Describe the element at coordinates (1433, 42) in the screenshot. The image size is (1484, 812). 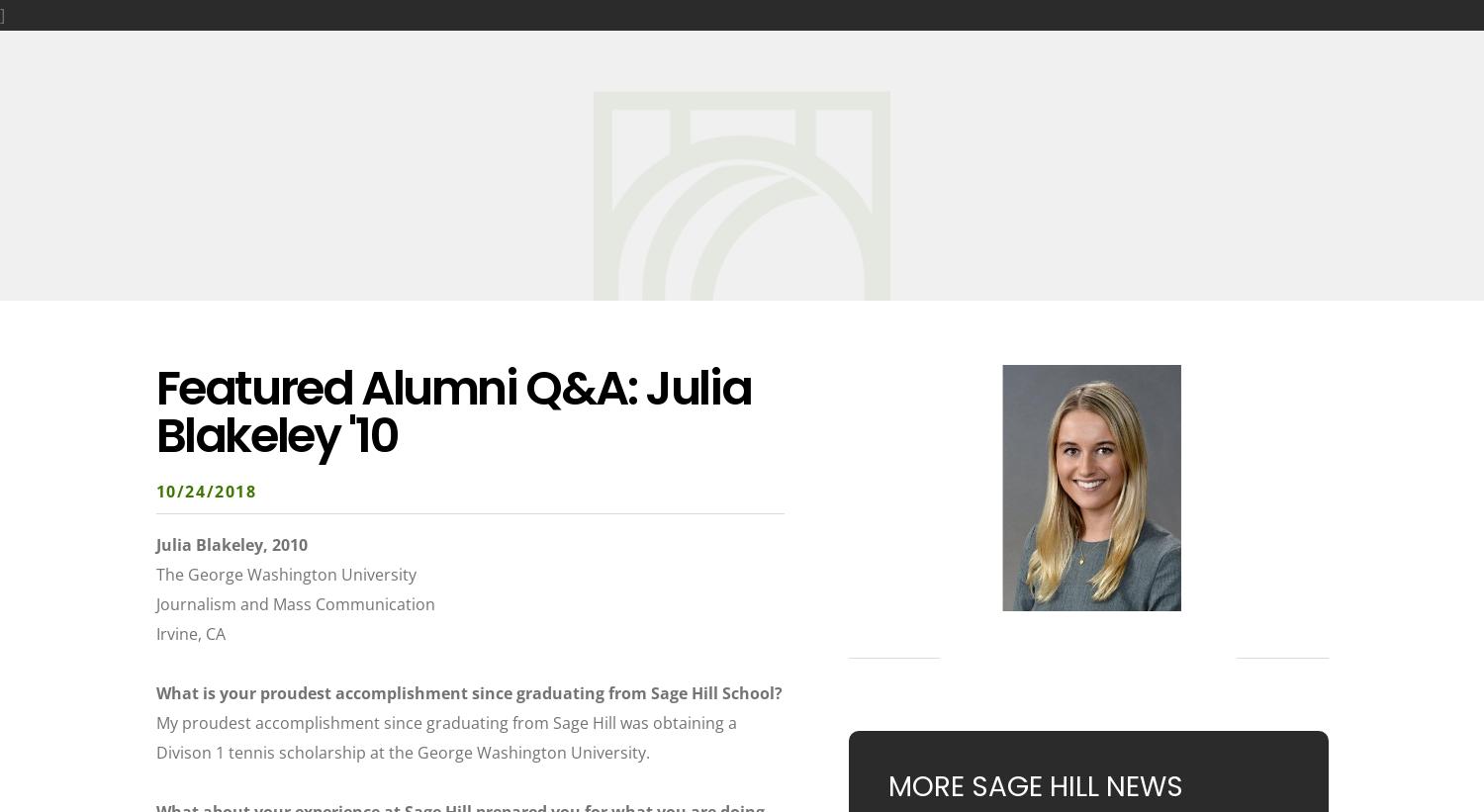
I see `'Portal'` at that location.